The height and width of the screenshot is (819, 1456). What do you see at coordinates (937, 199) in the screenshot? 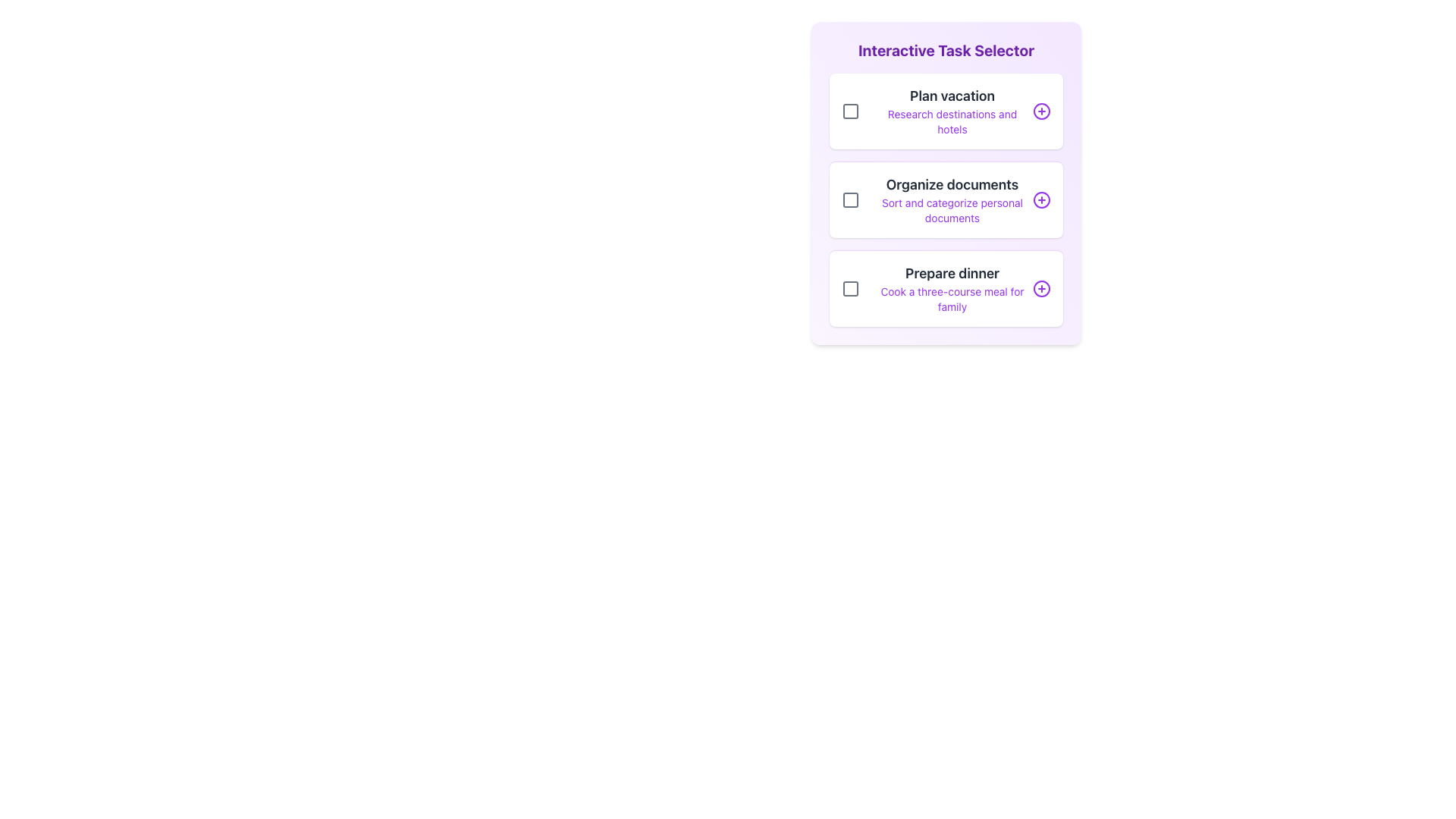
I see `the Composite component containing the title 'Organize documents', the checkbox, and the plus (+) icon for additional context` at bounding box center [937, 199].